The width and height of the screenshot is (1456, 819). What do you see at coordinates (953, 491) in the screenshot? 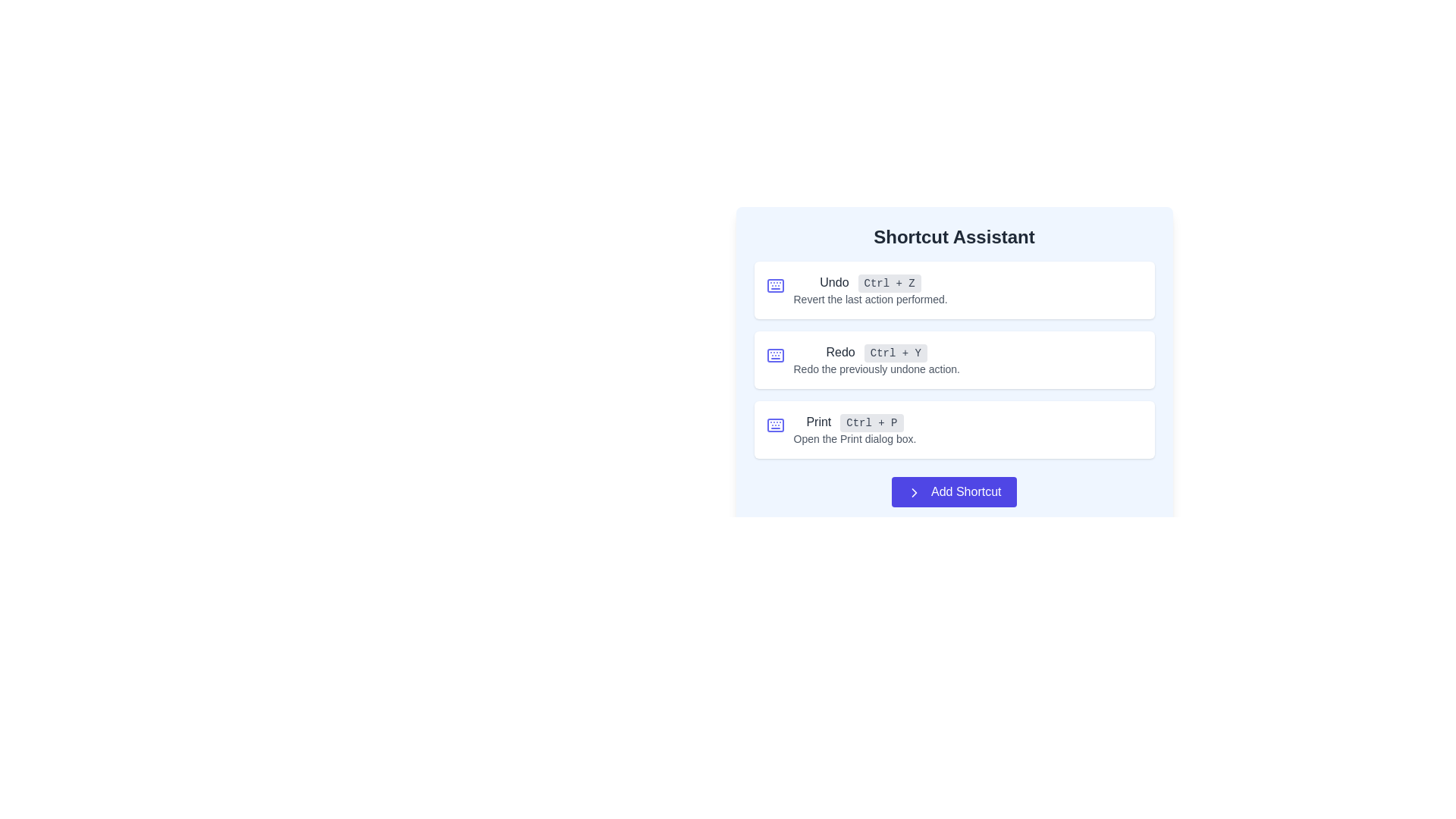
I see `the 'Add Shortcut' button` at bounding box center [953, 491].